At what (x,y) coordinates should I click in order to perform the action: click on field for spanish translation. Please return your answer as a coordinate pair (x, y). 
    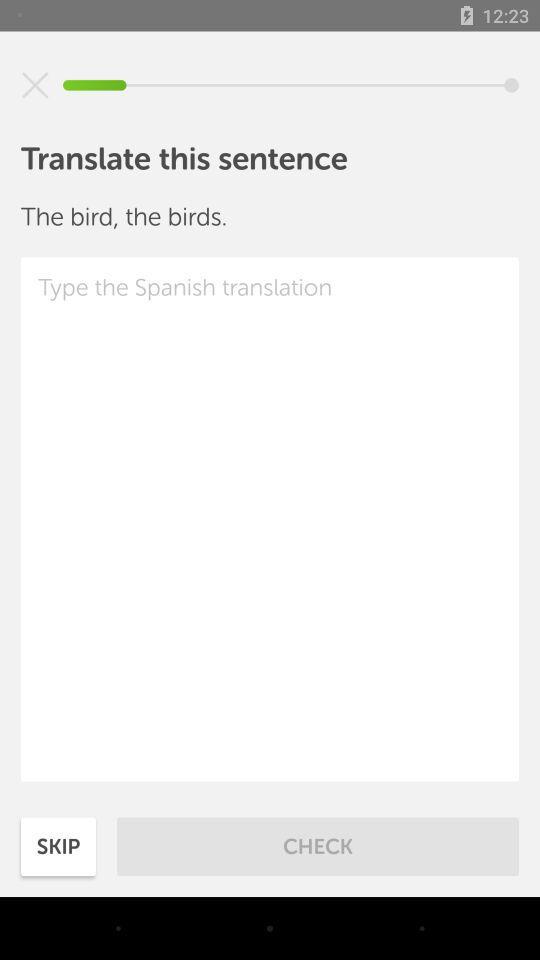
    Looking at the image, I should click on (270, 518).